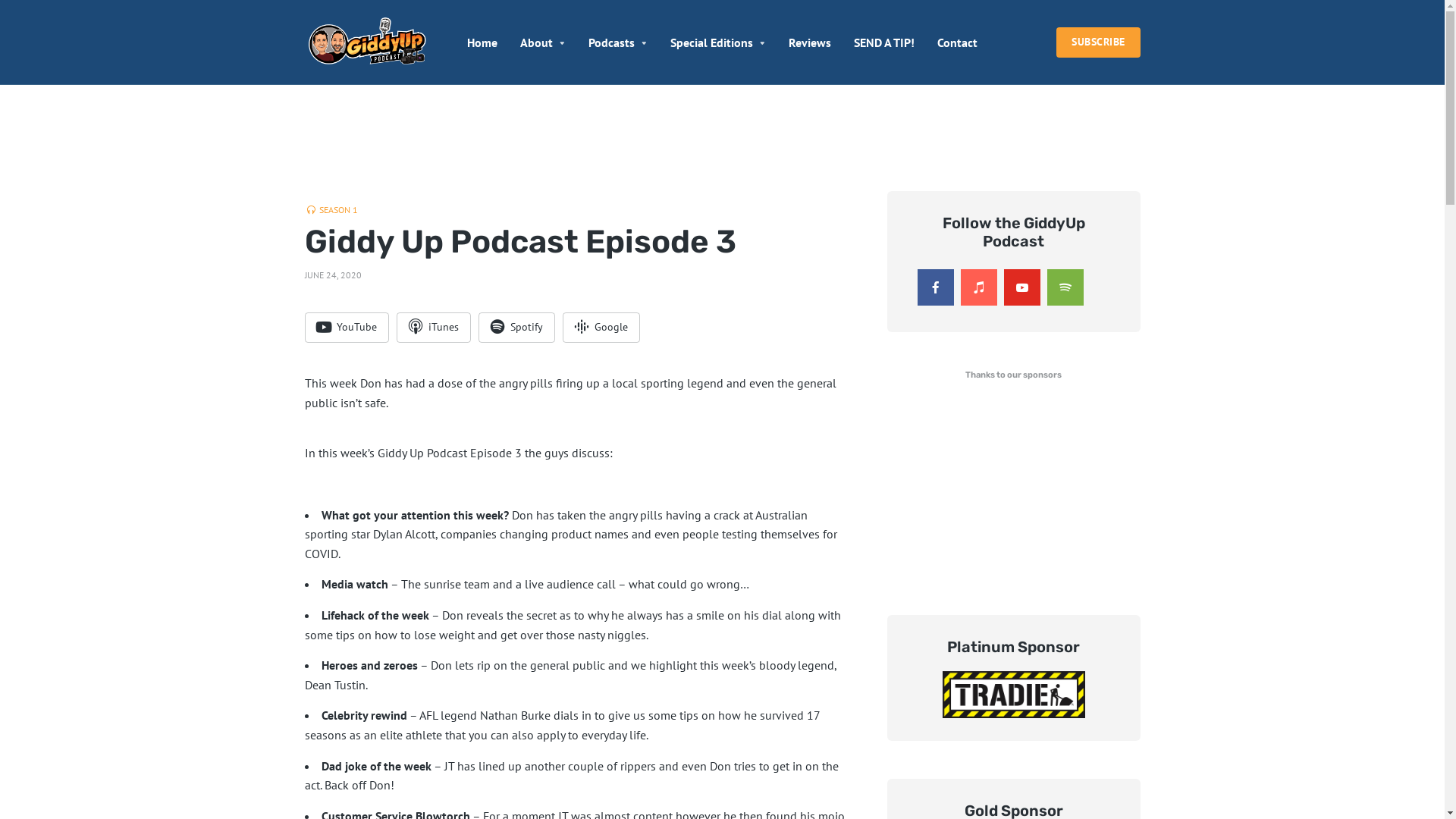  What do you see at coordinates (916, 287) in the screenshot?
I see `'facebook'` at bounding box center [916, 287].